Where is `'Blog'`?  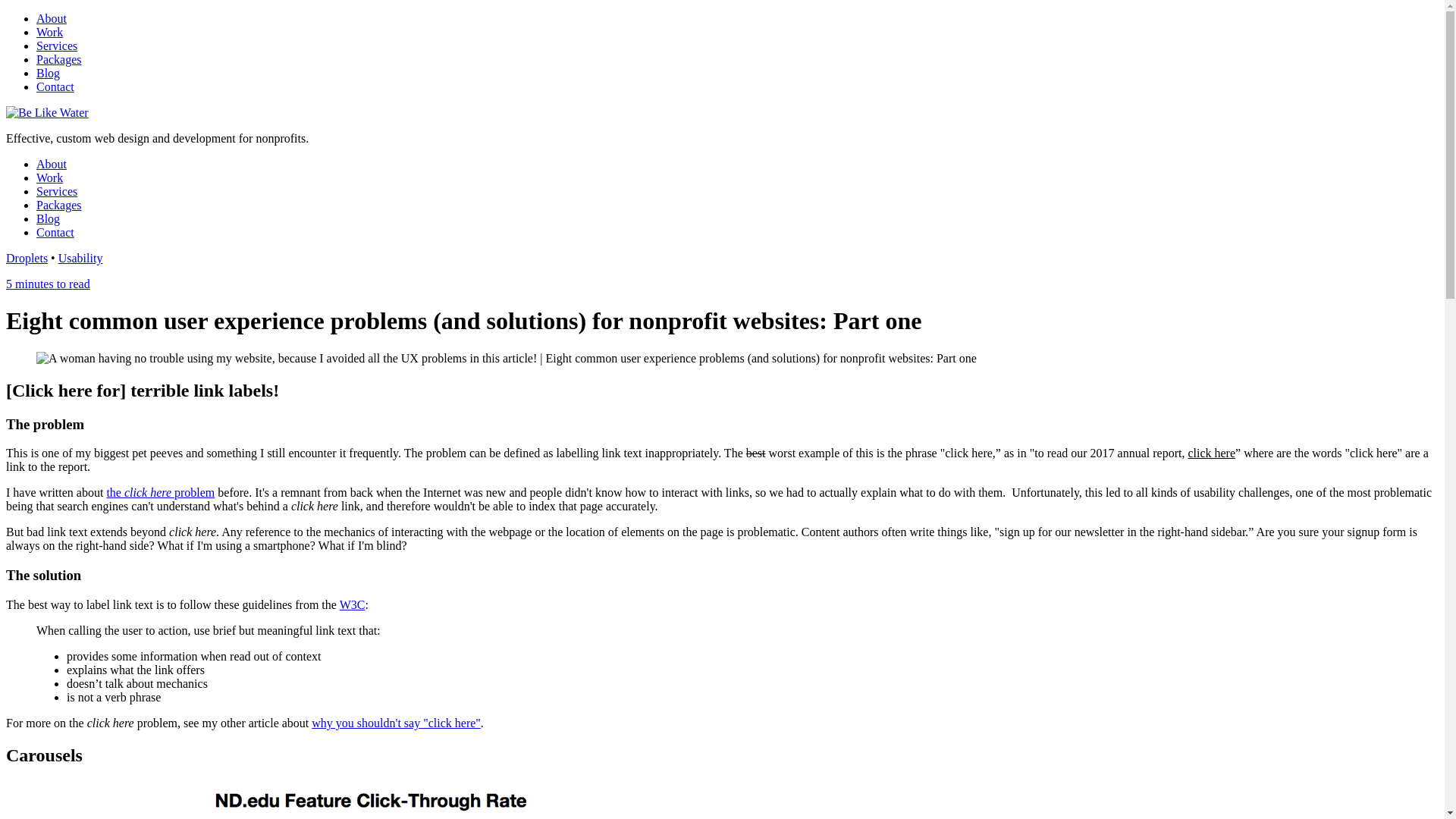 'Blog' is located at coordinates (48, 73).